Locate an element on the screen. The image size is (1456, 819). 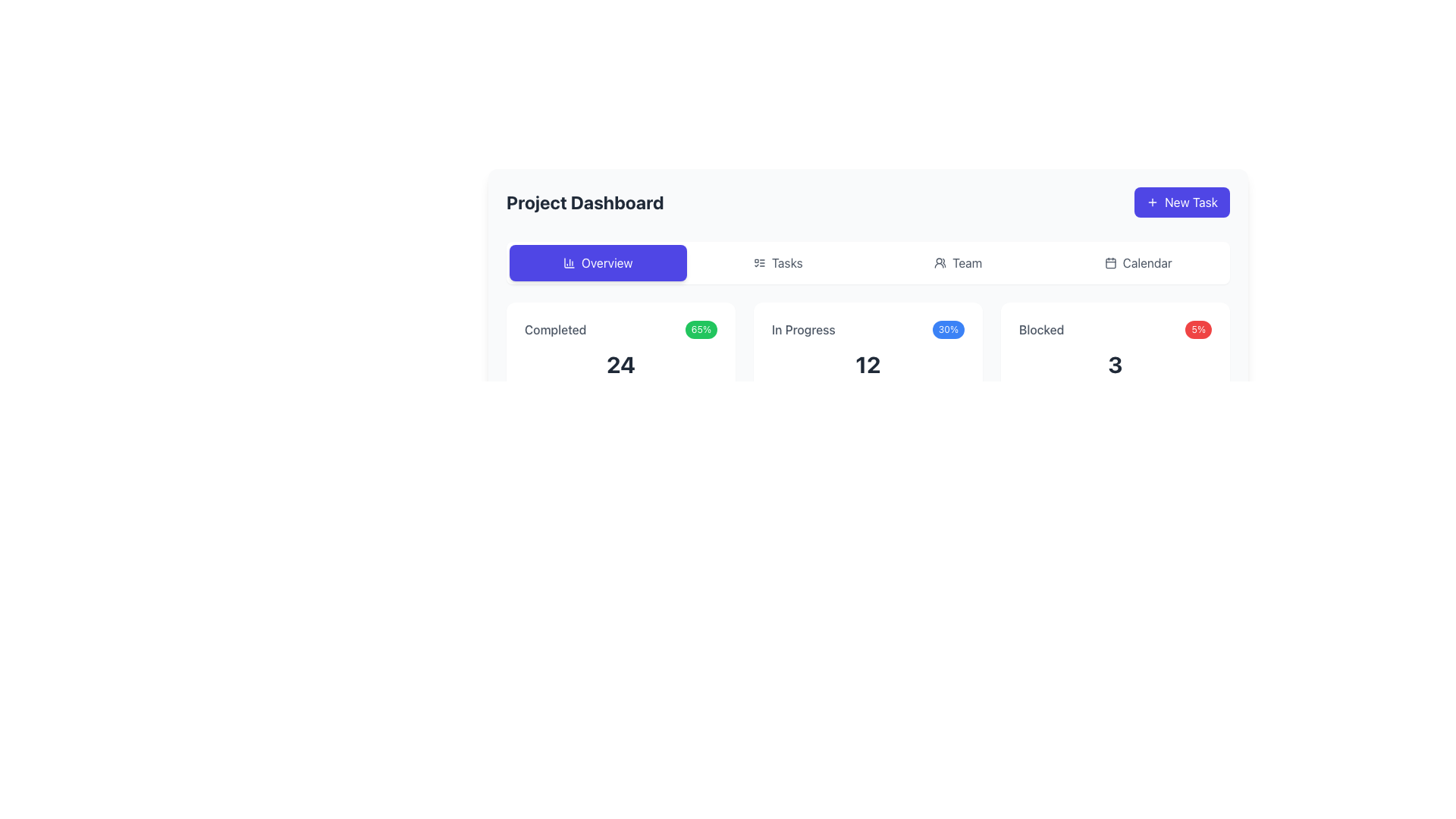
the 'Users' or 'Team' SVG icon located in the horizontal navigation bar, positioned beside the label 'Team' is located at coordinates (940, 262).